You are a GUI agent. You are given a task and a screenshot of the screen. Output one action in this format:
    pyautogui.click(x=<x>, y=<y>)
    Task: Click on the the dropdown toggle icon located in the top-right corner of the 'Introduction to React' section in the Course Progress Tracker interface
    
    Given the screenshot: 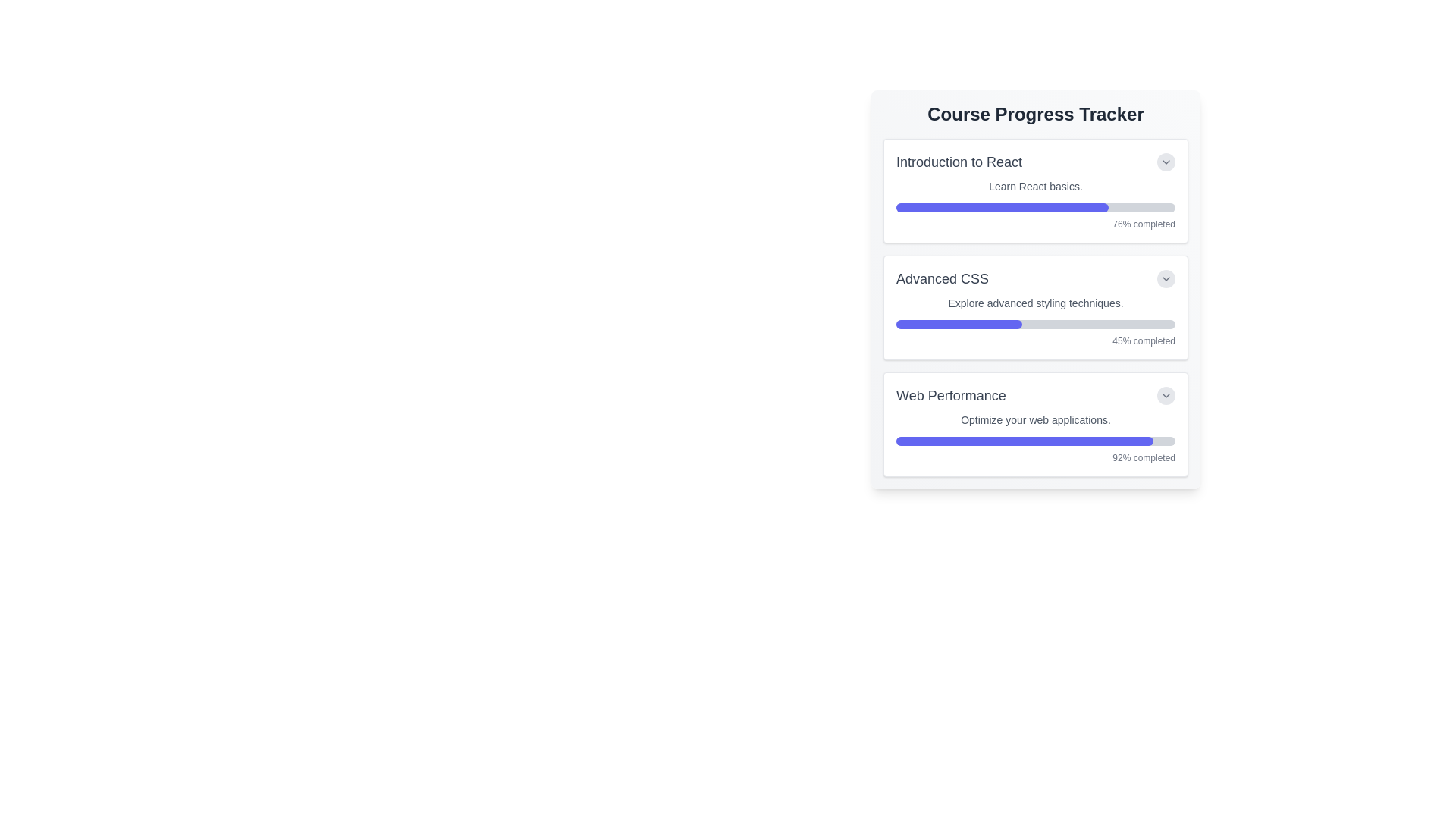 What is the action you would take?
    pyautogui.click(x=1165, y=162)
    